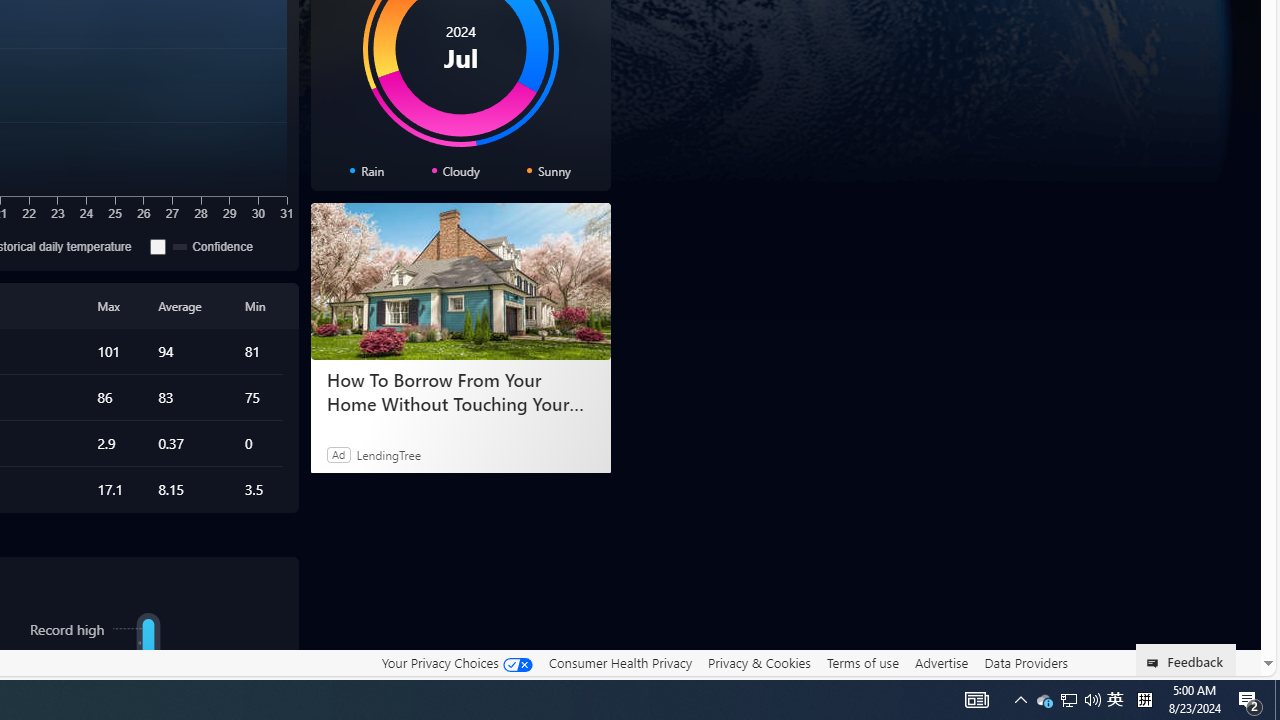  I want to click on 'Data Providers', so click(1025, 662).